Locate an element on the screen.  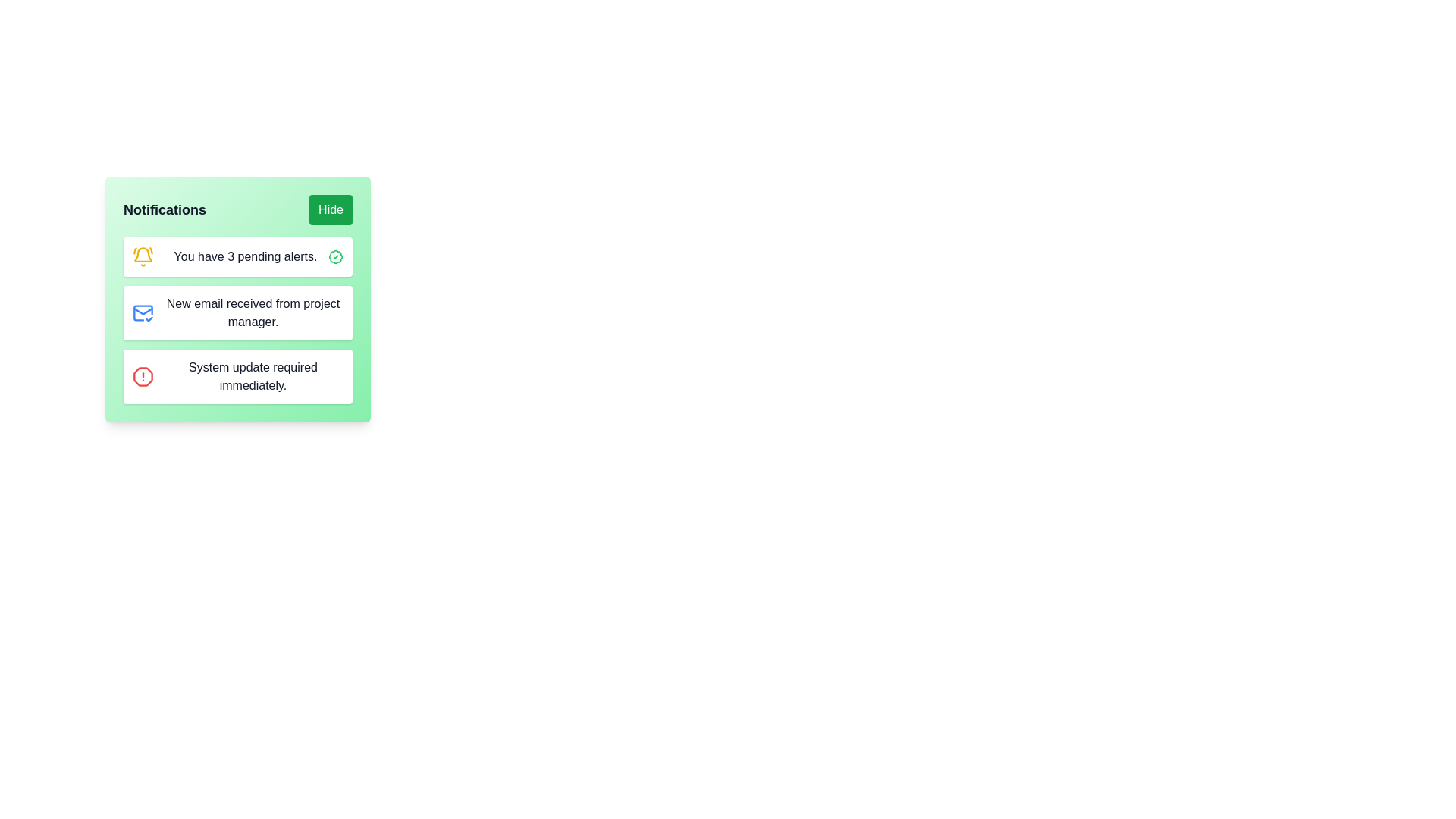
the blue envelope icon with a checkmark indicating email notification status, located in the second row of notifications within the green notification box is located at coordinates (143, 312).